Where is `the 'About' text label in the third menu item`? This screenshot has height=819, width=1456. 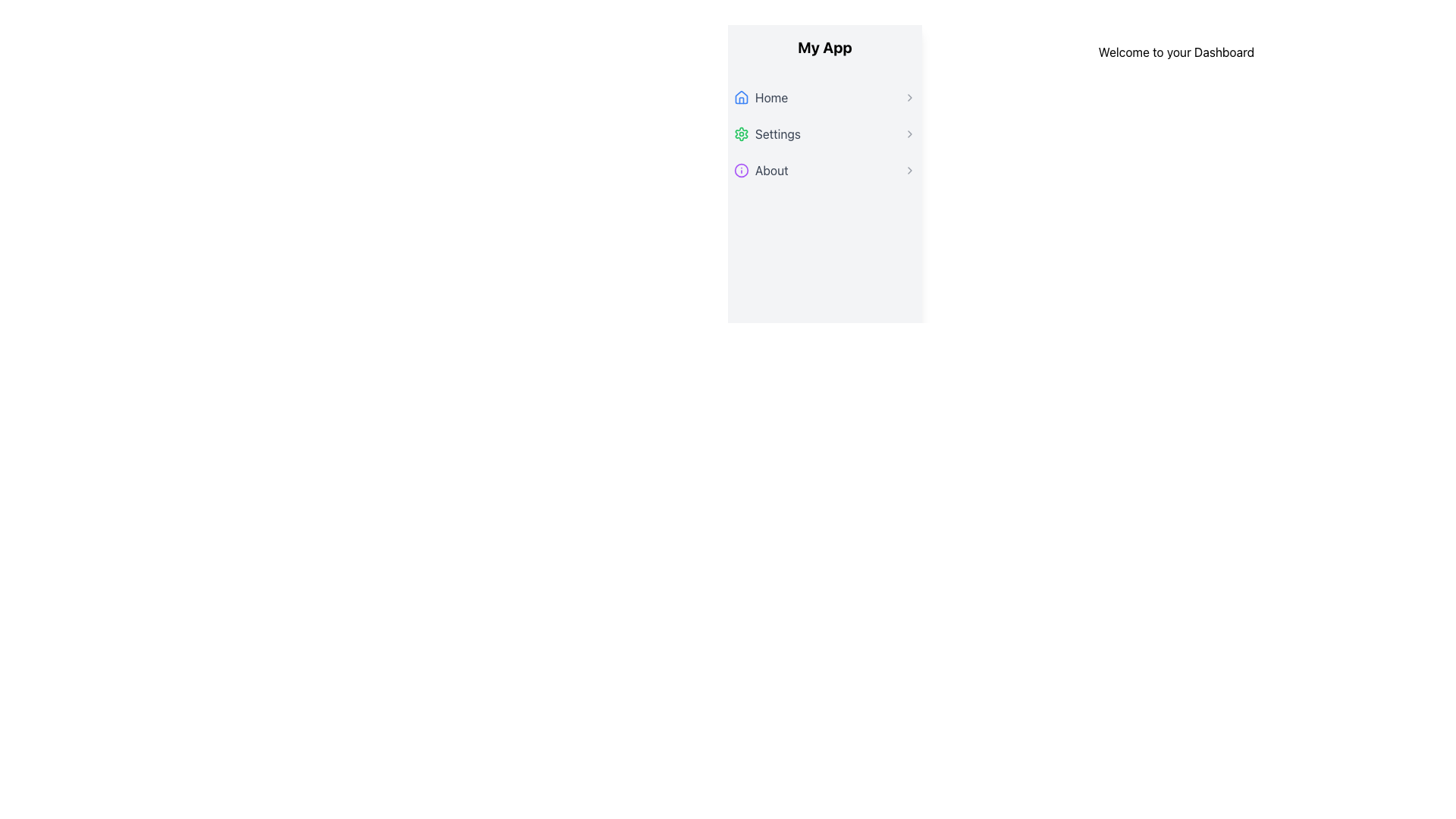
the 'About' text label in the third menu item is located at coordinates (771, 170).